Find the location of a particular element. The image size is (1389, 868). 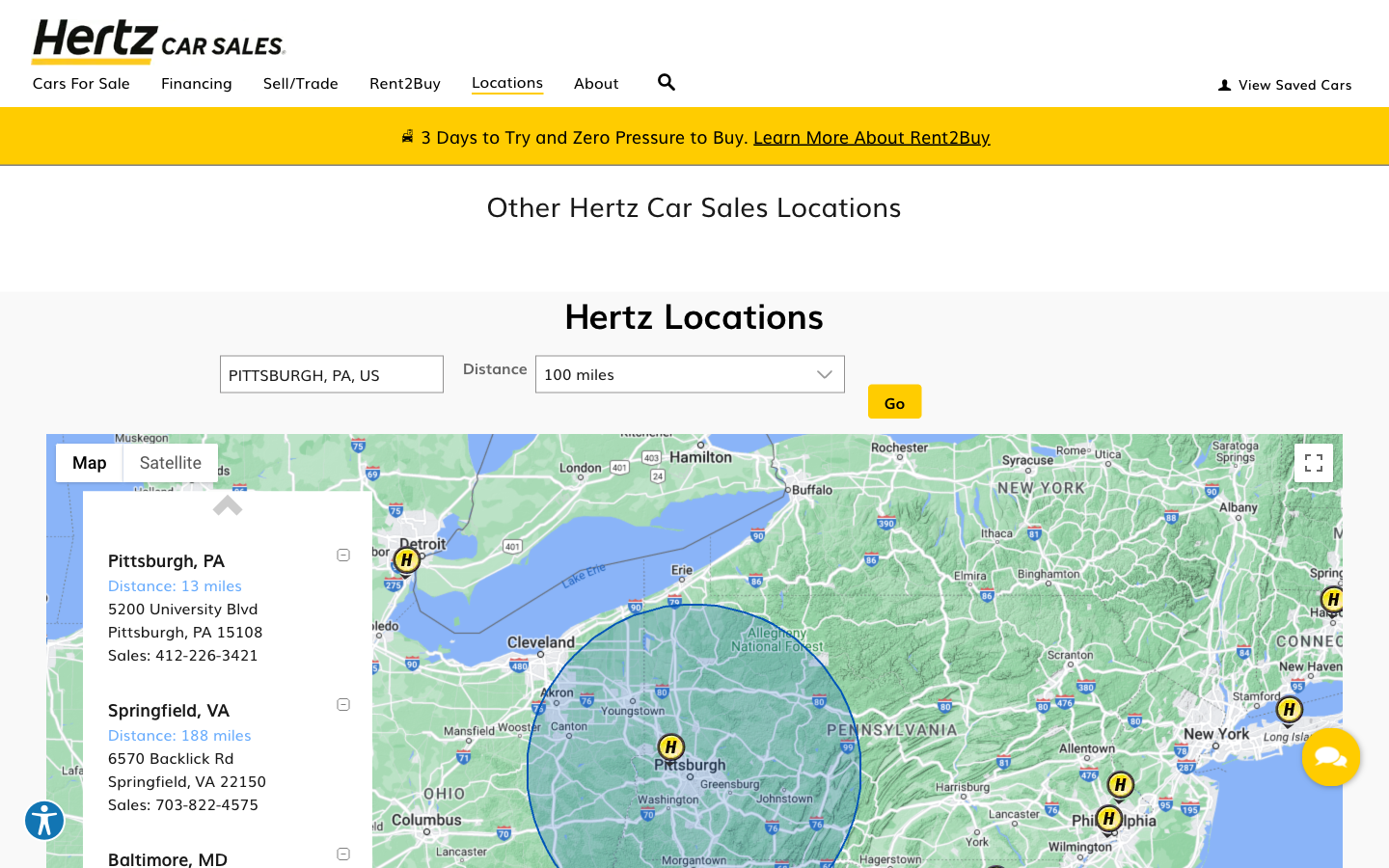

Using online search, look for second-hand car dealers in your vicinity is located at coordinates (667, 75).